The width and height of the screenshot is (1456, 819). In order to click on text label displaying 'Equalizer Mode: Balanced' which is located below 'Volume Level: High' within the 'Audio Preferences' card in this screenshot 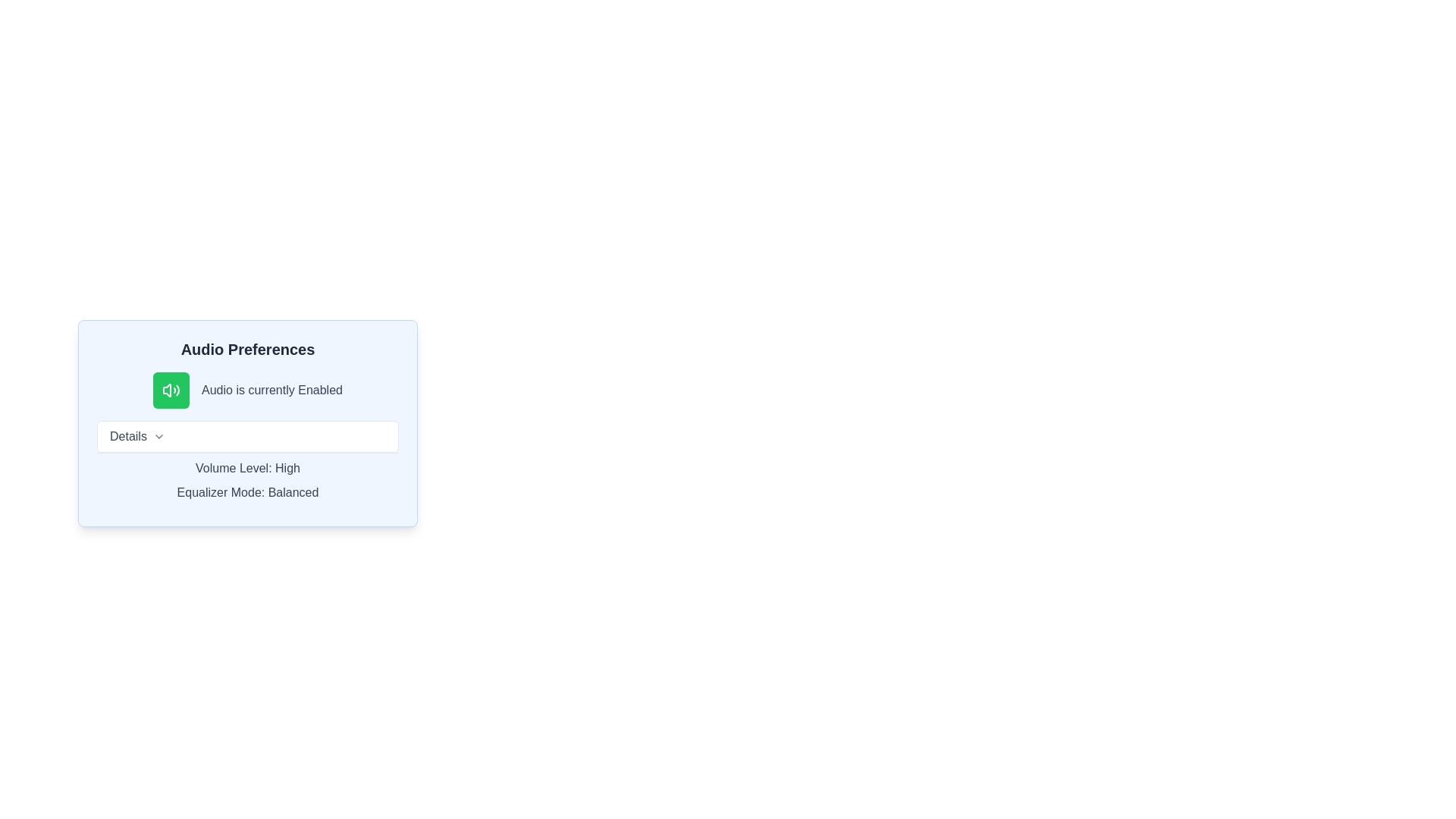, I will do `click(247, 493)`.